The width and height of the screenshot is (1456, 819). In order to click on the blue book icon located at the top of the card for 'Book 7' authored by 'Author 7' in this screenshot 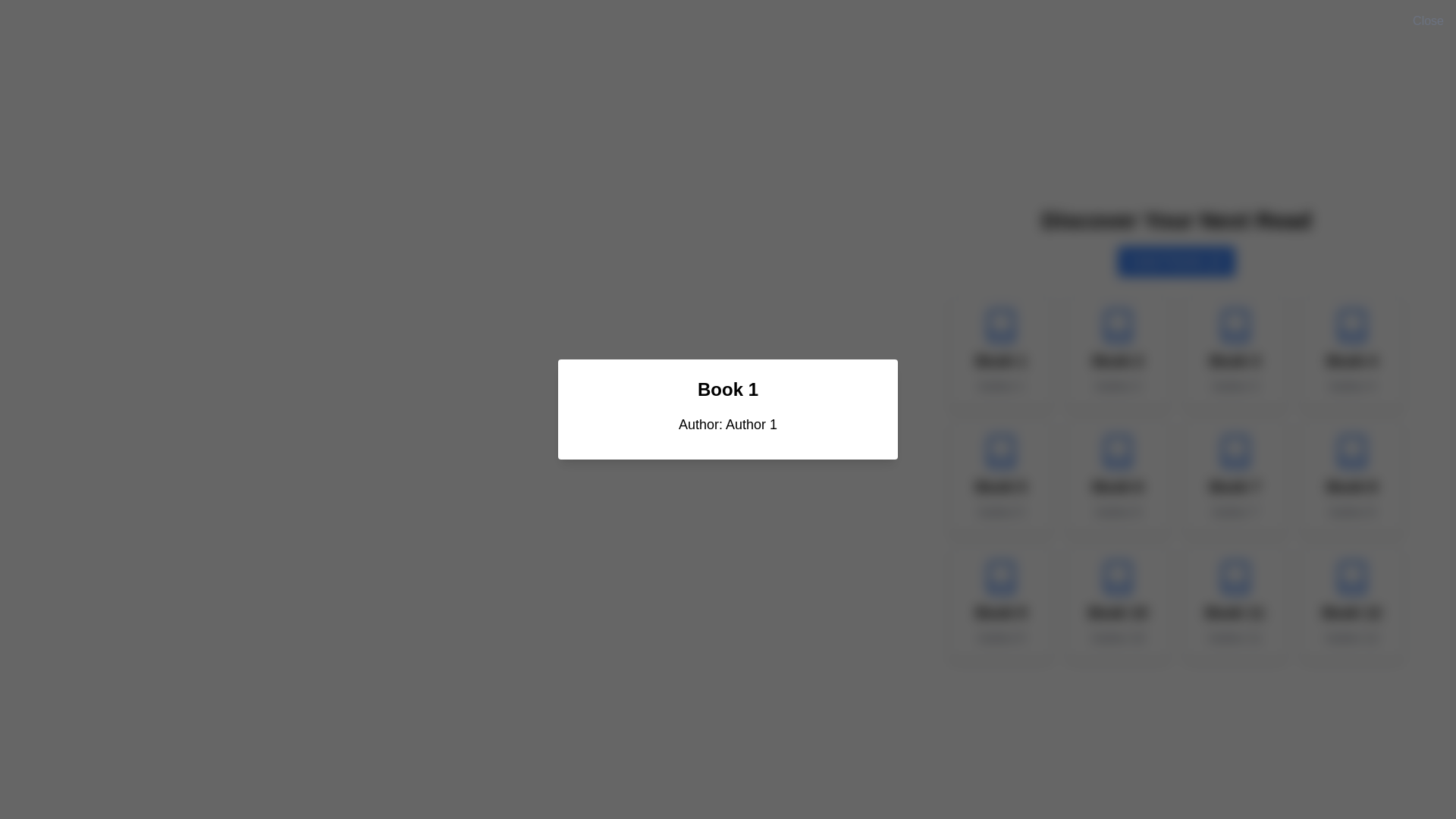, I will do `click(1235, 451)`.